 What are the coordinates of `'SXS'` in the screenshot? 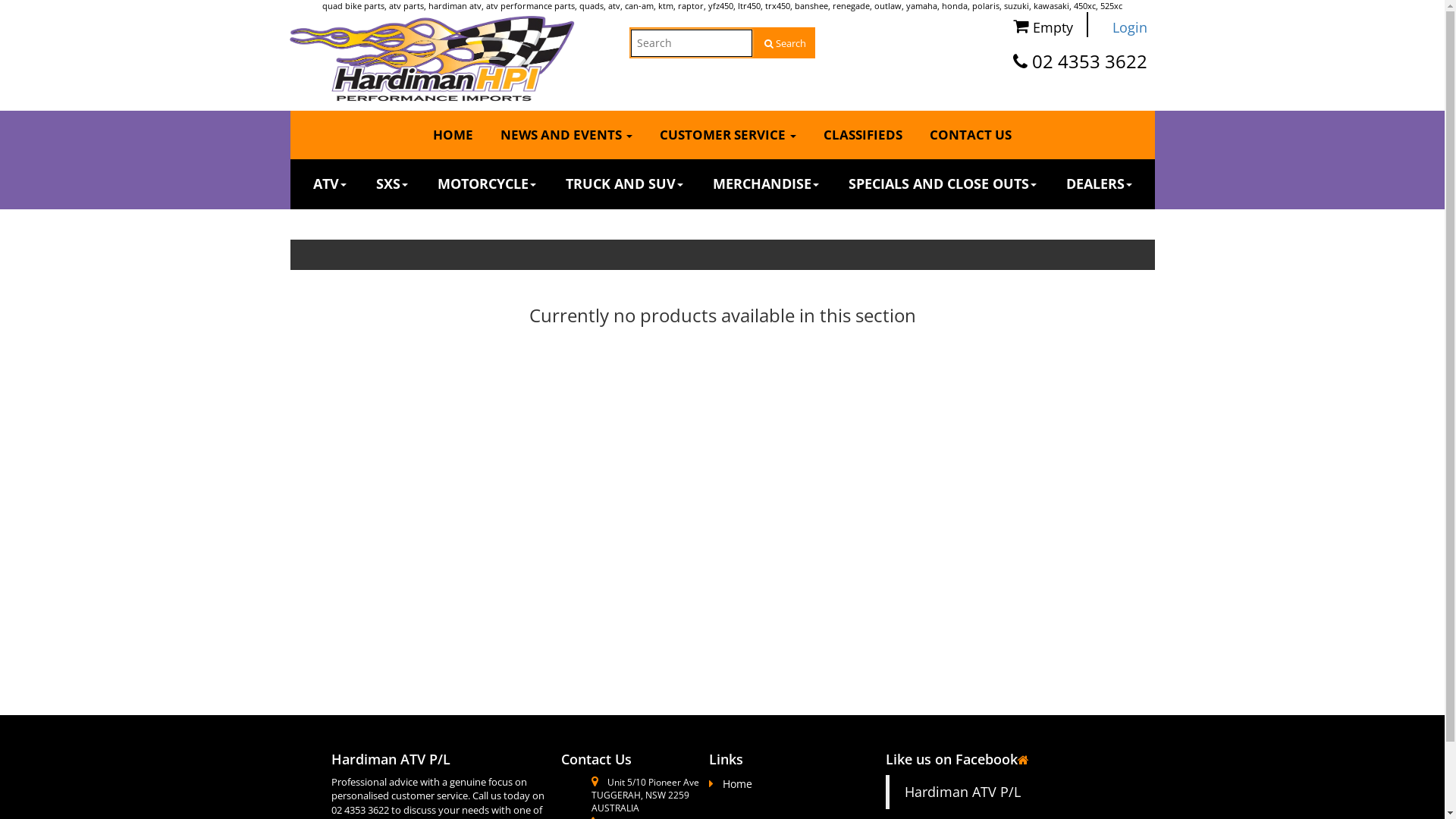 It's located at (392, 184).